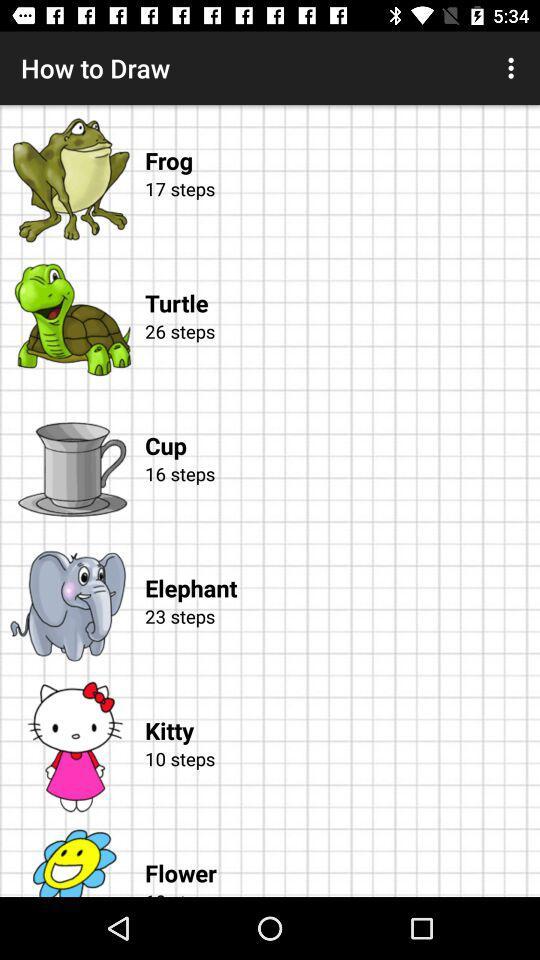 The height and width of the screenshot is (960, 540). I want to click on frog item, so click(341, 139).